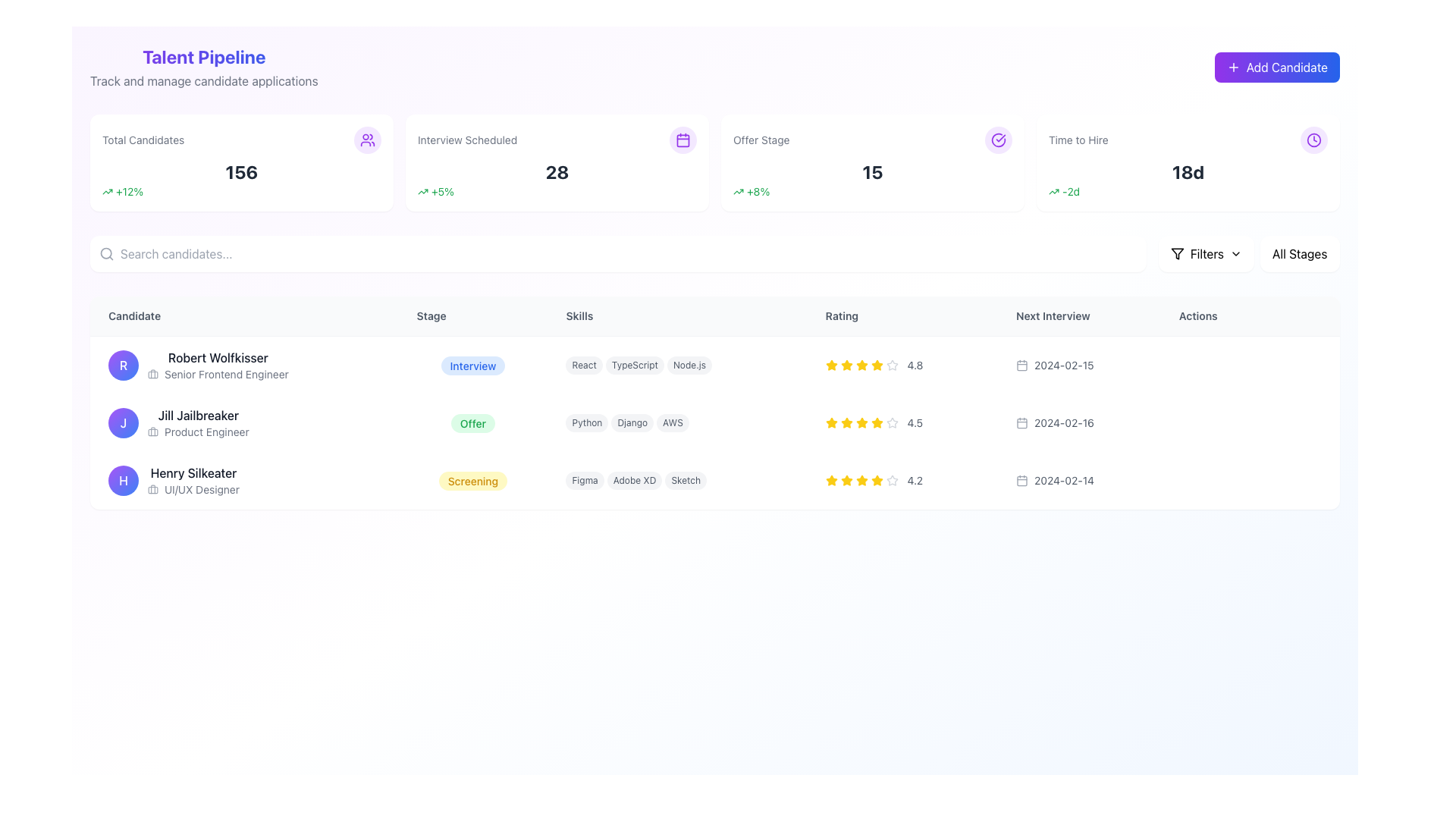 The image size is (1456, 819). I want to click on the candidate's name in the Profile summary entry located in the third row under the 'Candidate' column, so click(244, 480).